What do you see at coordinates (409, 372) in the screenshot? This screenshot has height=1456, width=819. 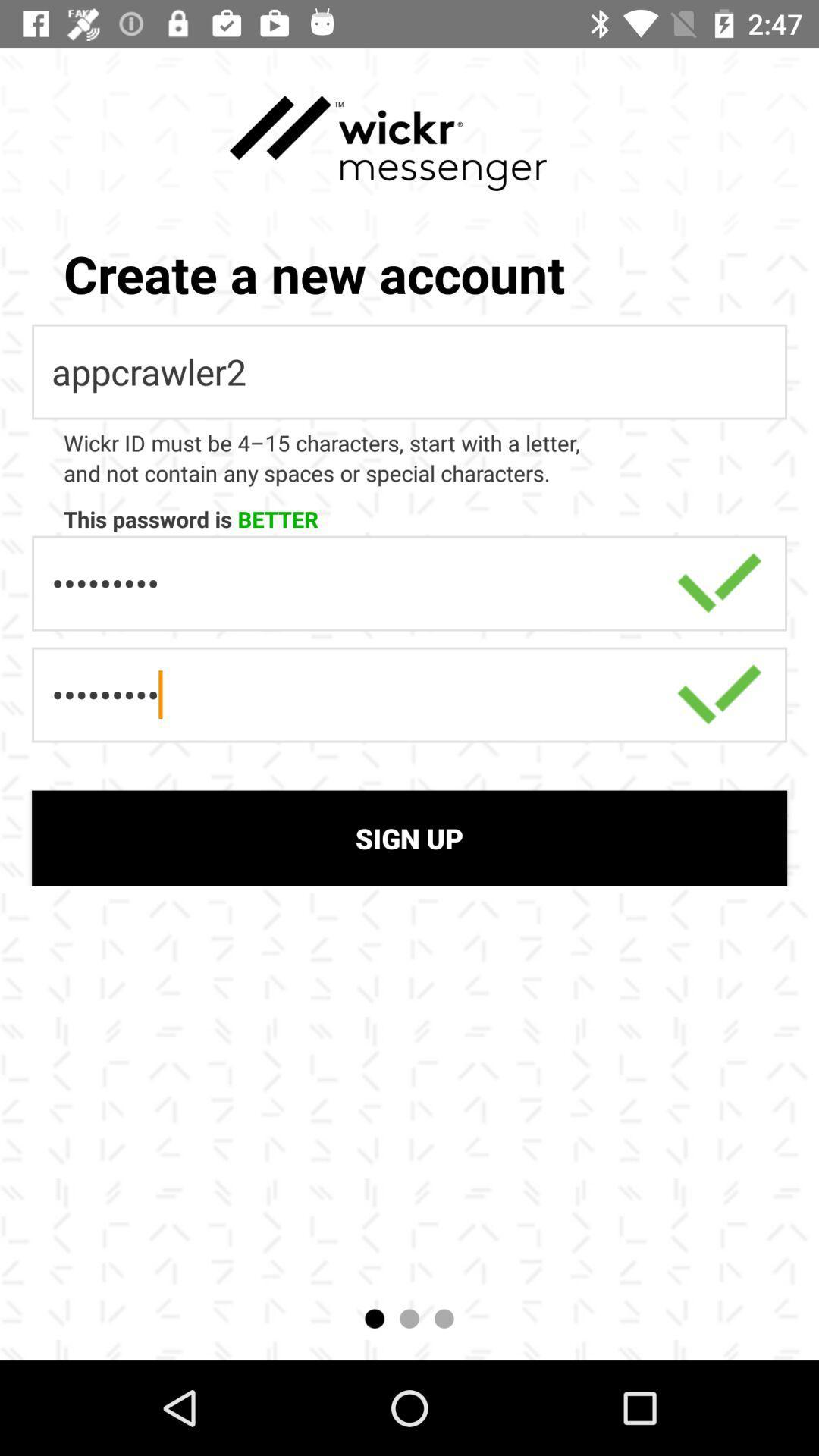 I see `appcrawler2` at bounding box center [409, 372].